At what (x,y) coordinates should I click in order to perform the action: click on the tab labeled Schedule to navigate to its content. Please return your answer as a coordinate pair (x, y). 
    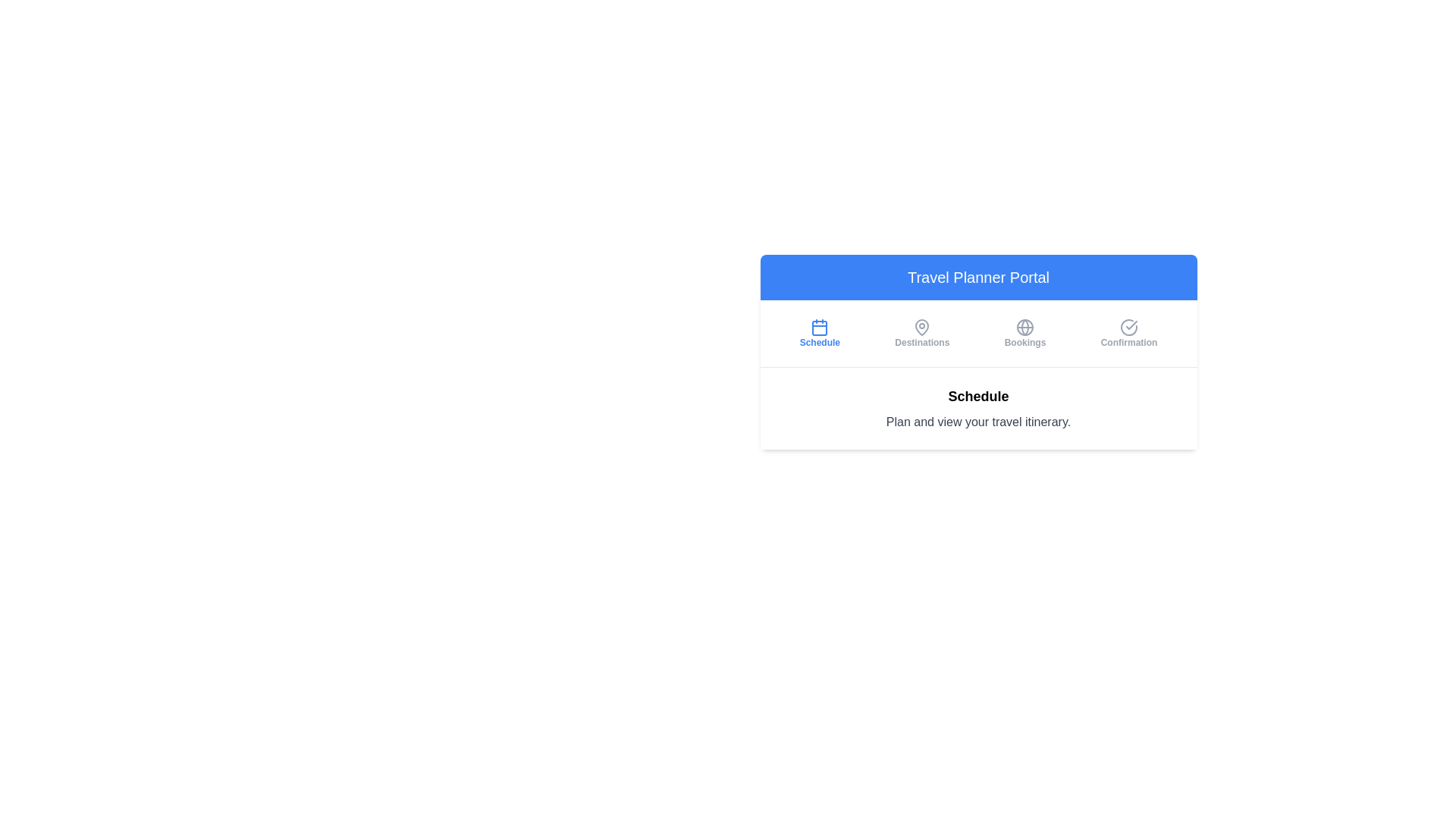
    Looking at the image, I should click on (819, 332).